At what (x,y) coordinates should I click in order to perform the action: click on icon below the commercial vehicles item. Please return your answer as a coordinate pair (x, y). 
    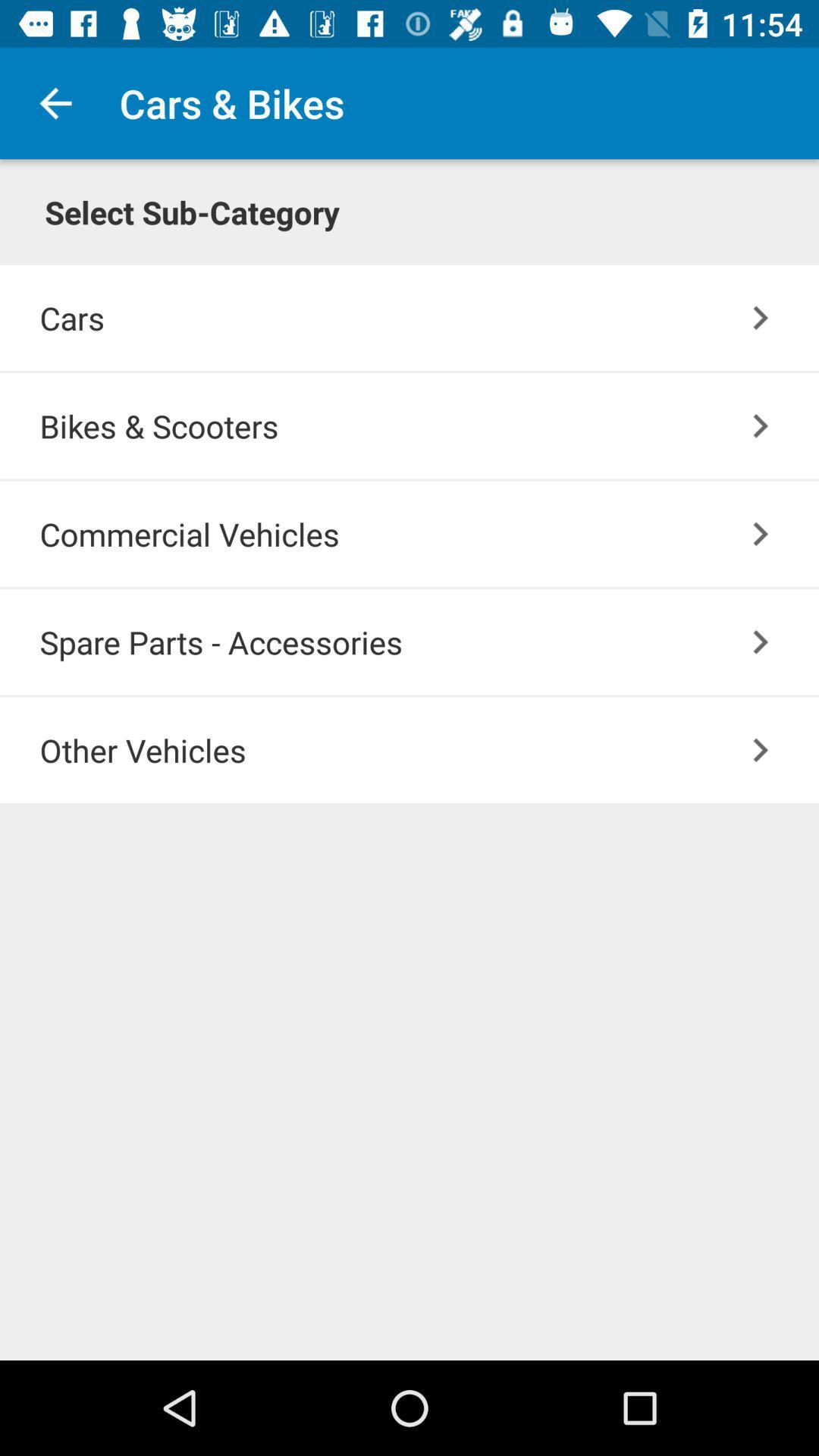
    Looking at the image, I should click on (429, 642).